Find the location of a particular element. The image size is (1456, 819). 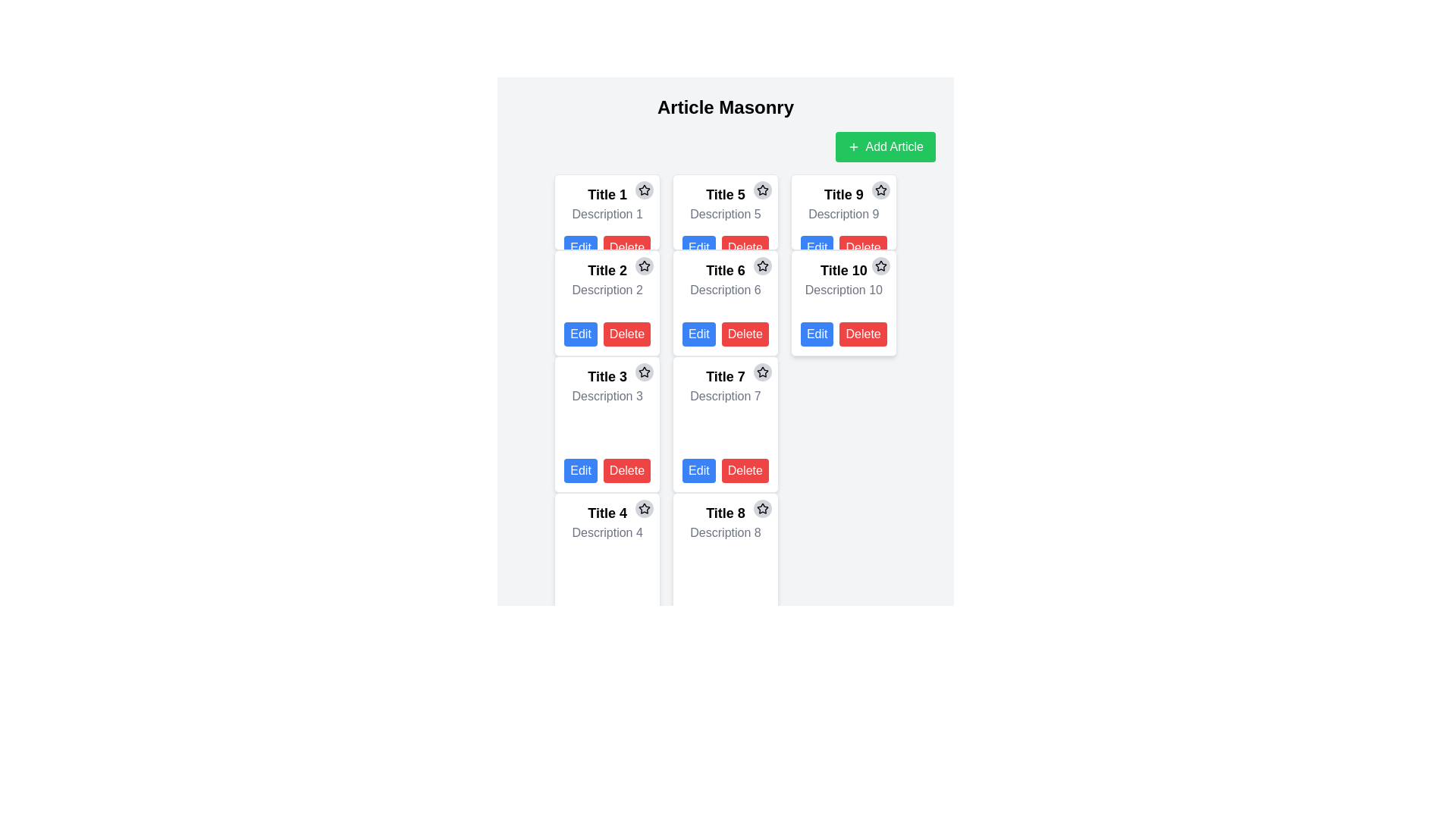

the static text element that provides additional information about 'Title 5', located below the title and above the action buttons ('Edit', 'Delete') is located at coordinates (724, 214).